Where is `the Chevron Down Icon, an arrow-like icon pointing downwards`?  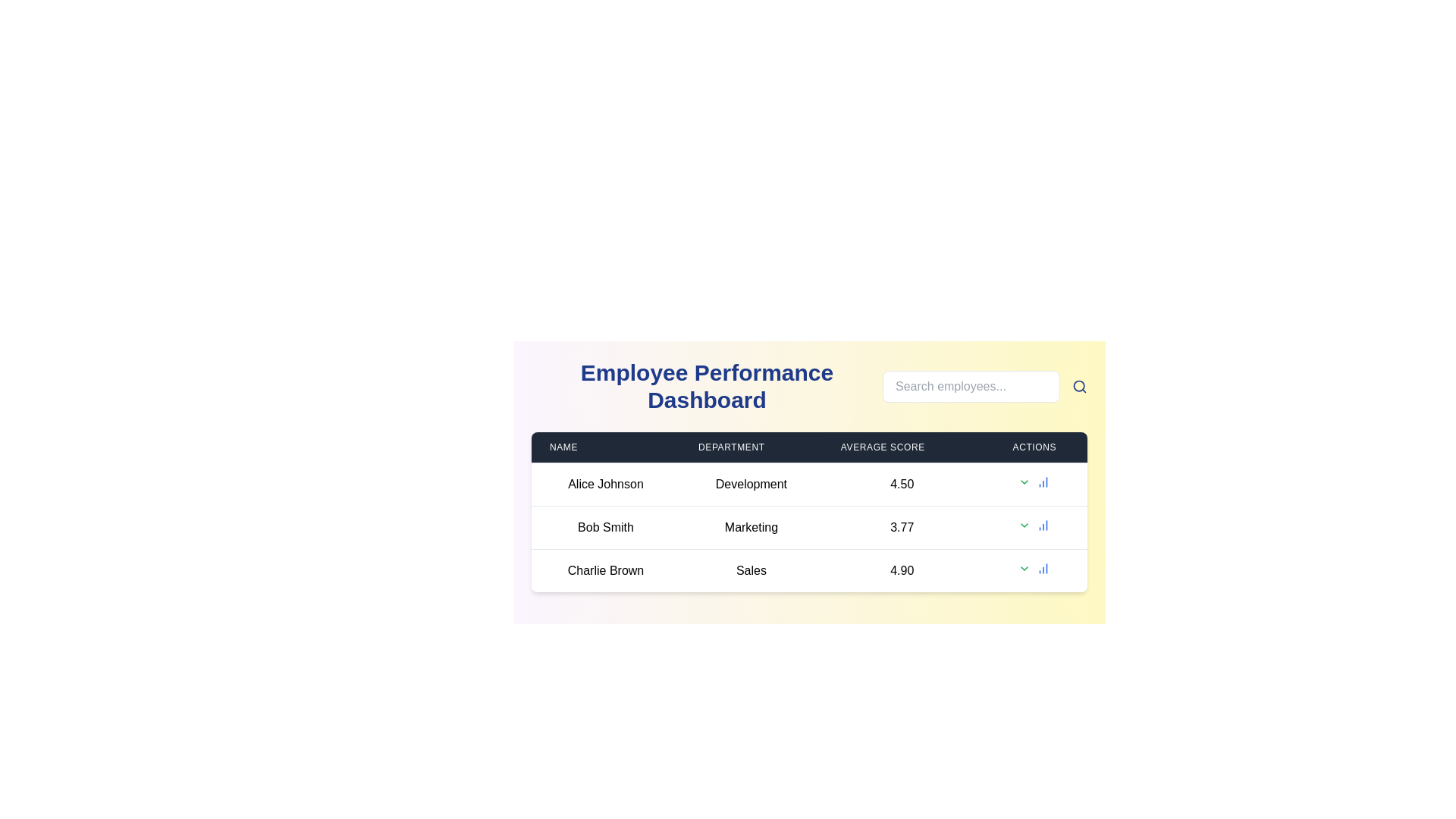 the Chevron Down Icon, an arrow-like icon pointing downwards is located at coordinates (1025, 525).